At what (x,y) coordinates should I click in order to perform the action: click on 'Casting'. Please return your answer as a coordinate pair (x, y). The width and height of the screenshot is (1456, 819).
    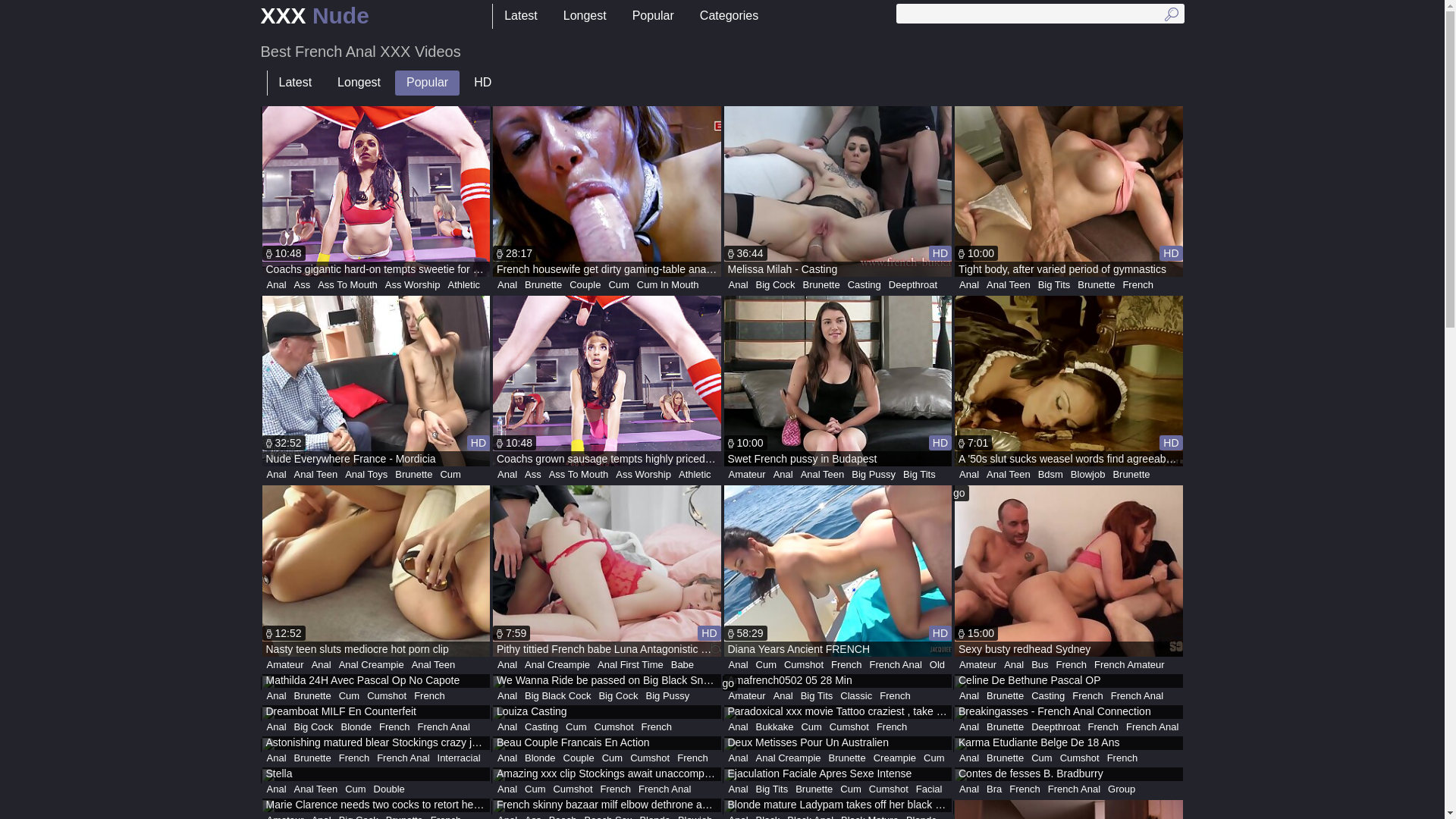
    Looking at the image, I should click on (843, 284).